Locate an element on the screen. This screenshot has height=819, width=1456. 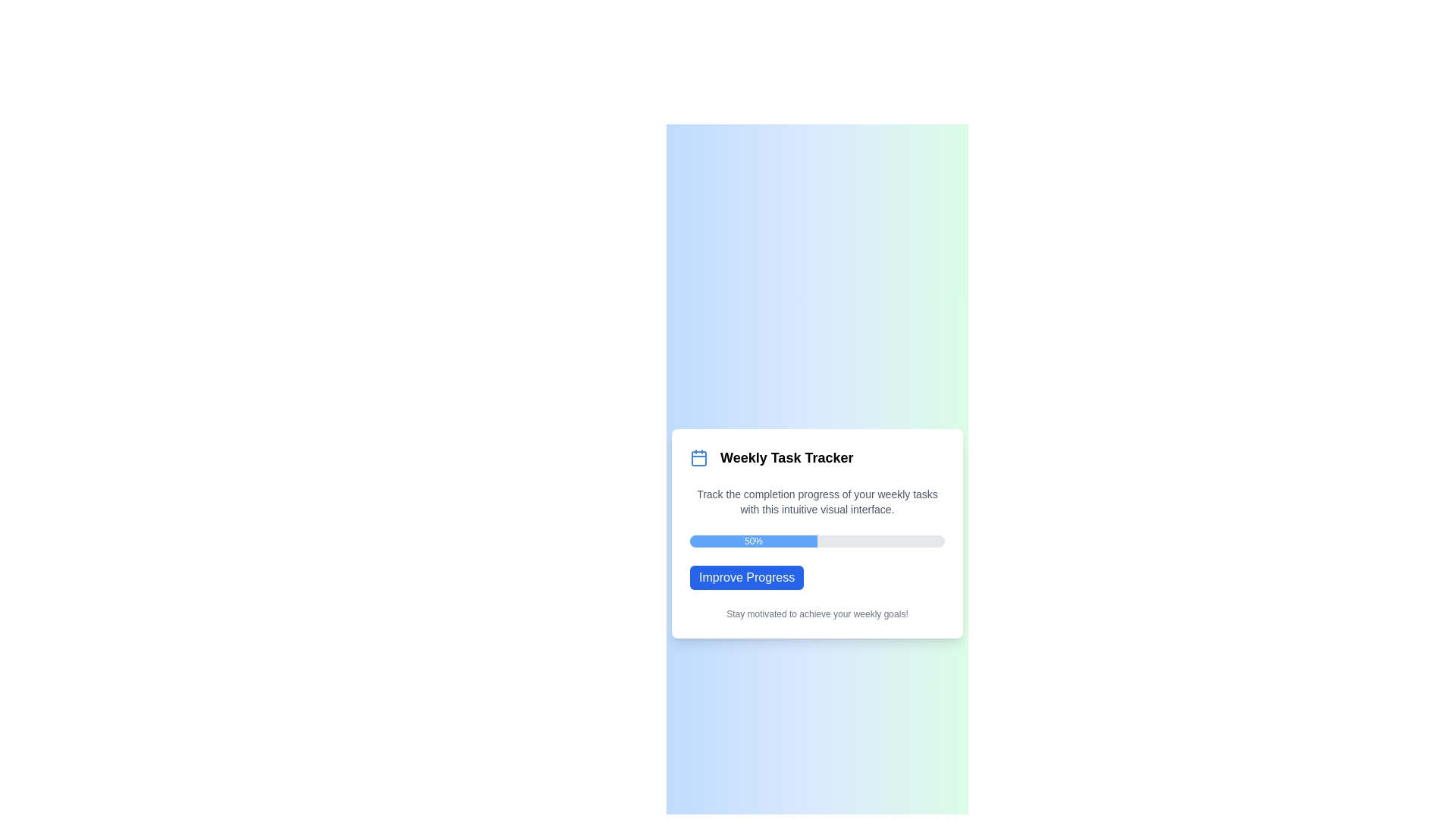
the main body of the calendar icon located within the 'Weekly Task Tracker' card, positioned below the header lines and above the horizontal separator is located at coordinates (698, 458).